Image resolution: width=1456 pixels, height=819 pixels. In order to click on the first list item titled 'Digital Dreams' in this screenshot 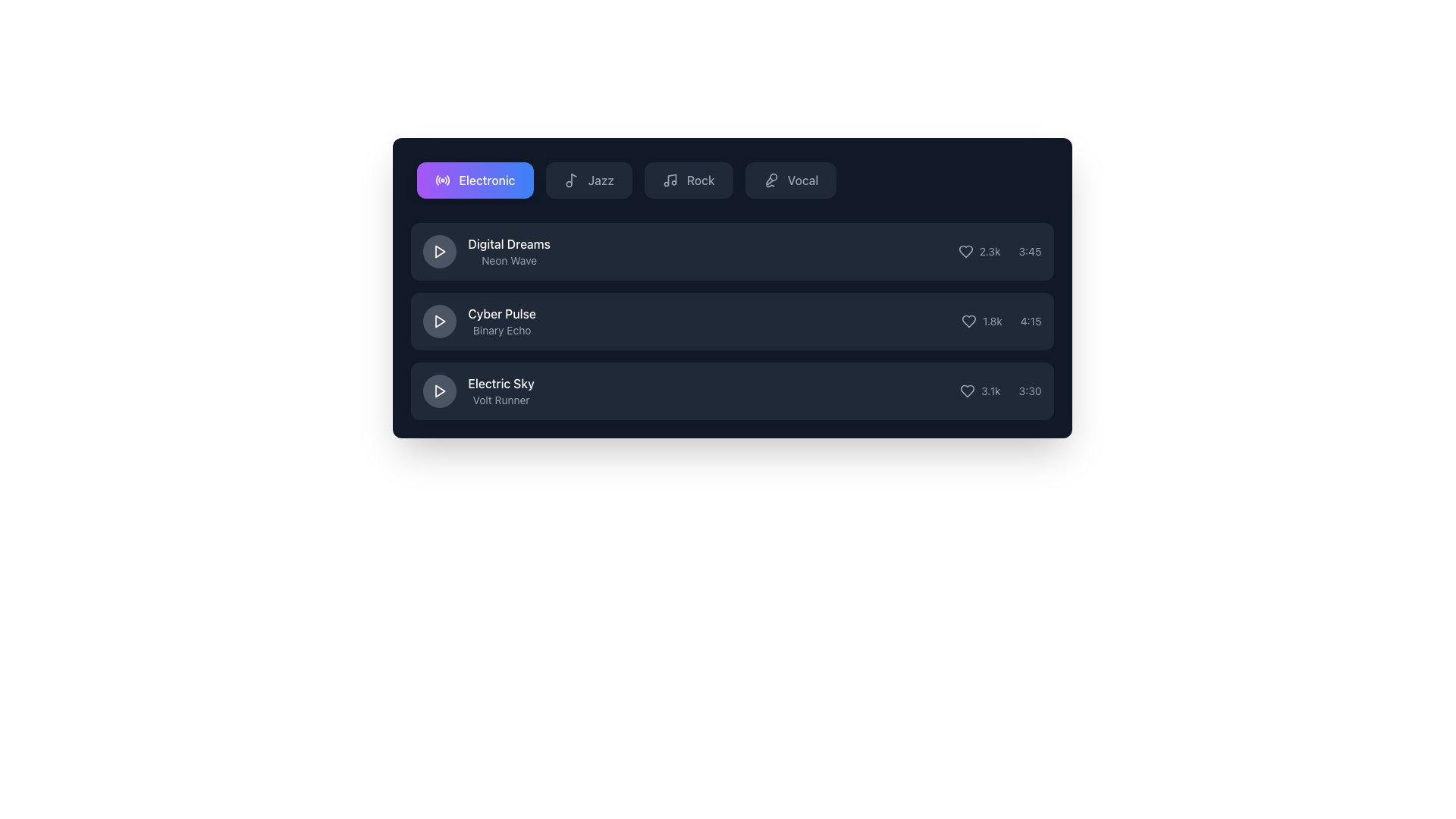, I will do `click(486, 250)`.